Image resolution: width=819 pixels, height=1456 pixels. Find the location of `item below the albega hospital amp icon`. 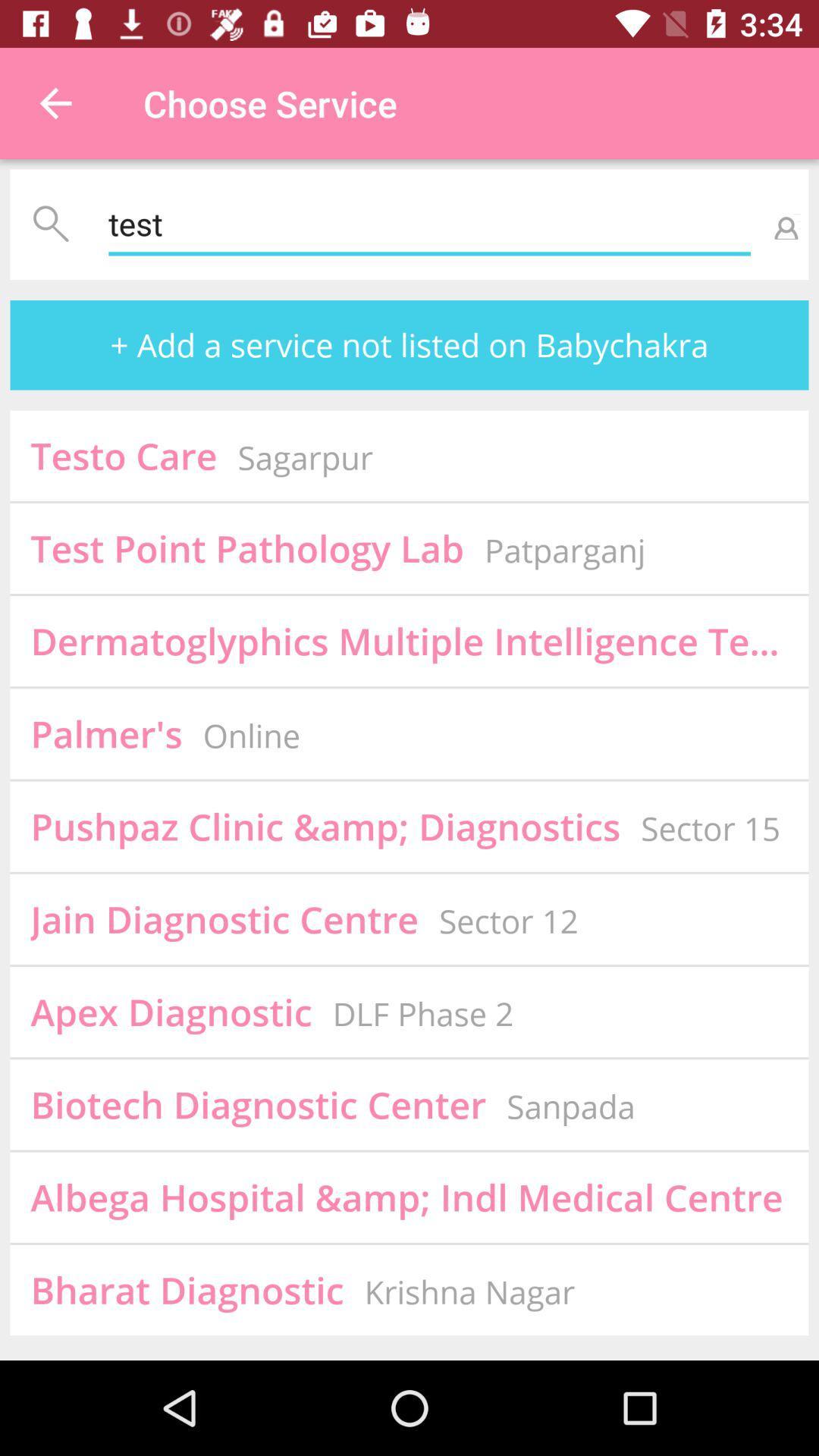

item below the albega hospital amp icon is located at coordinates (469, 1291).